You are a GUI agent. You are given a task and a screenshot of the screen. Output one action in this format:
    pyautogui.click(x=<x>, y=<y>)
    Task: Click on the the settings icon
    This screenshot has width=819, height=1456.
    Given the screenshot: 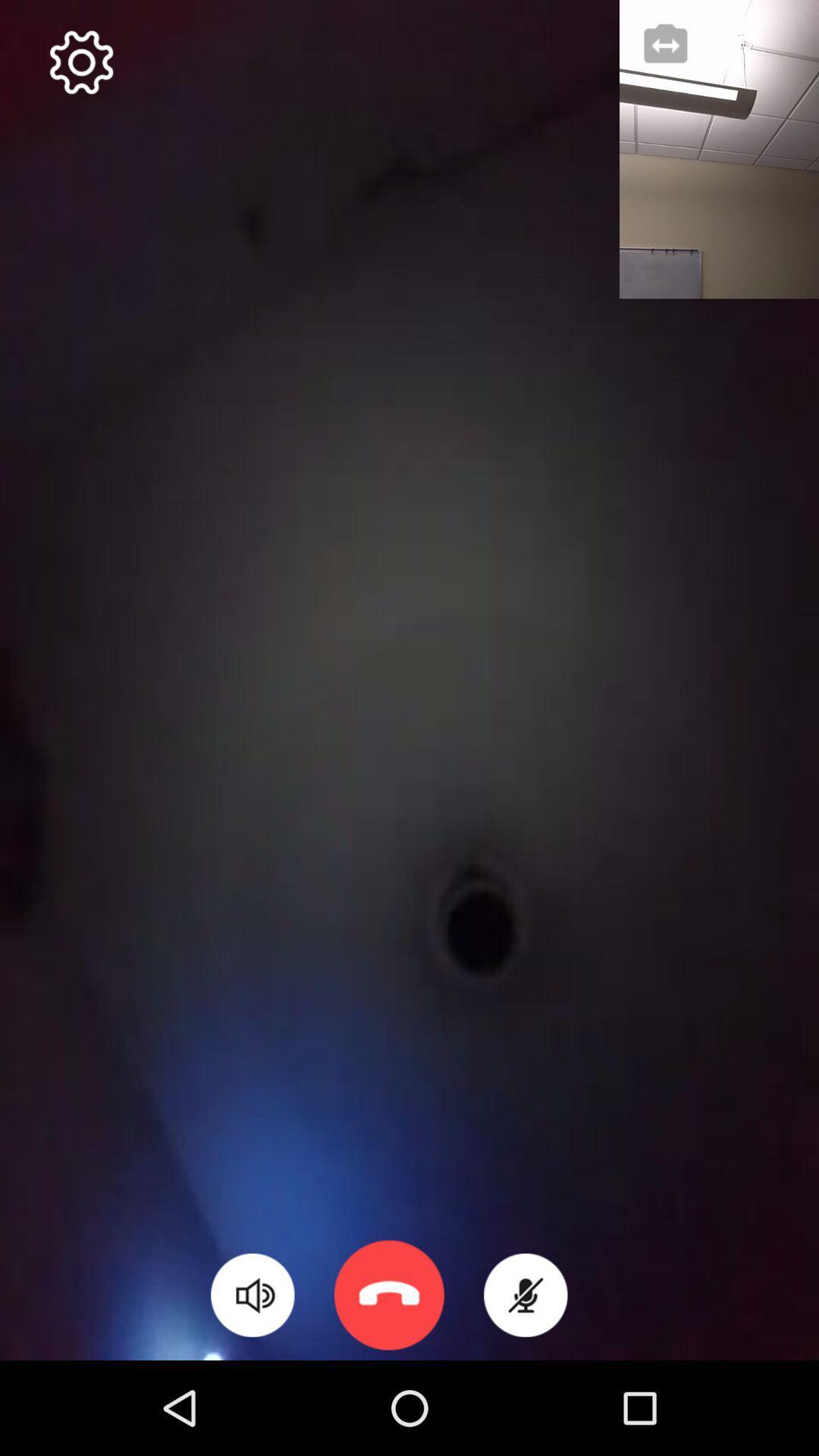 What is the action you would take?
    pyautogui.click(x=81, y=61)
    